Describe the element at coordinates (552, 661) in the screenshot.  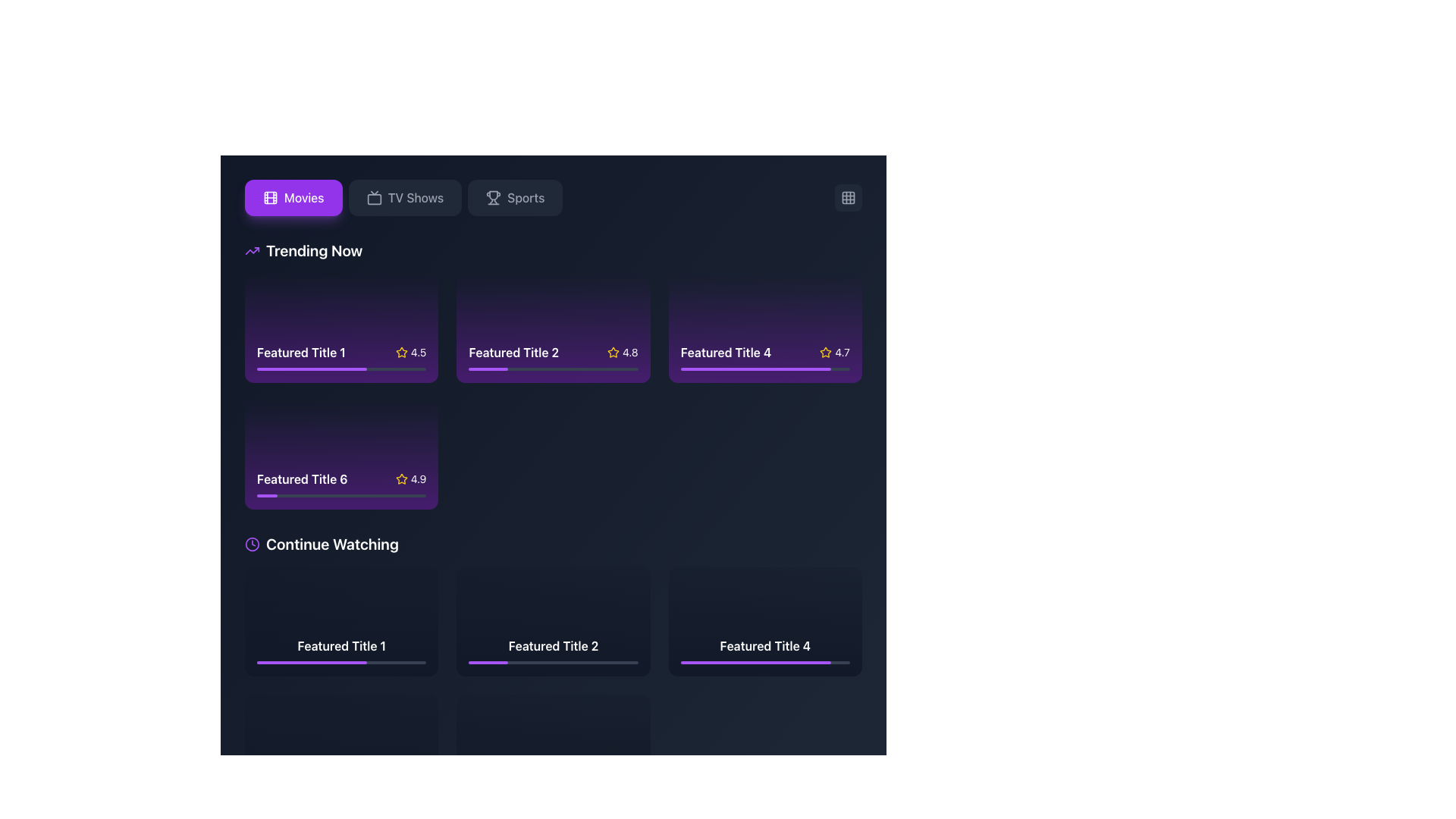
I see `the horizontal progress bar with a minimalistic design, filled purple and located near the bottom of the card labeled 'Featured Title 2' in the 'Continue Watching' section` at that location.